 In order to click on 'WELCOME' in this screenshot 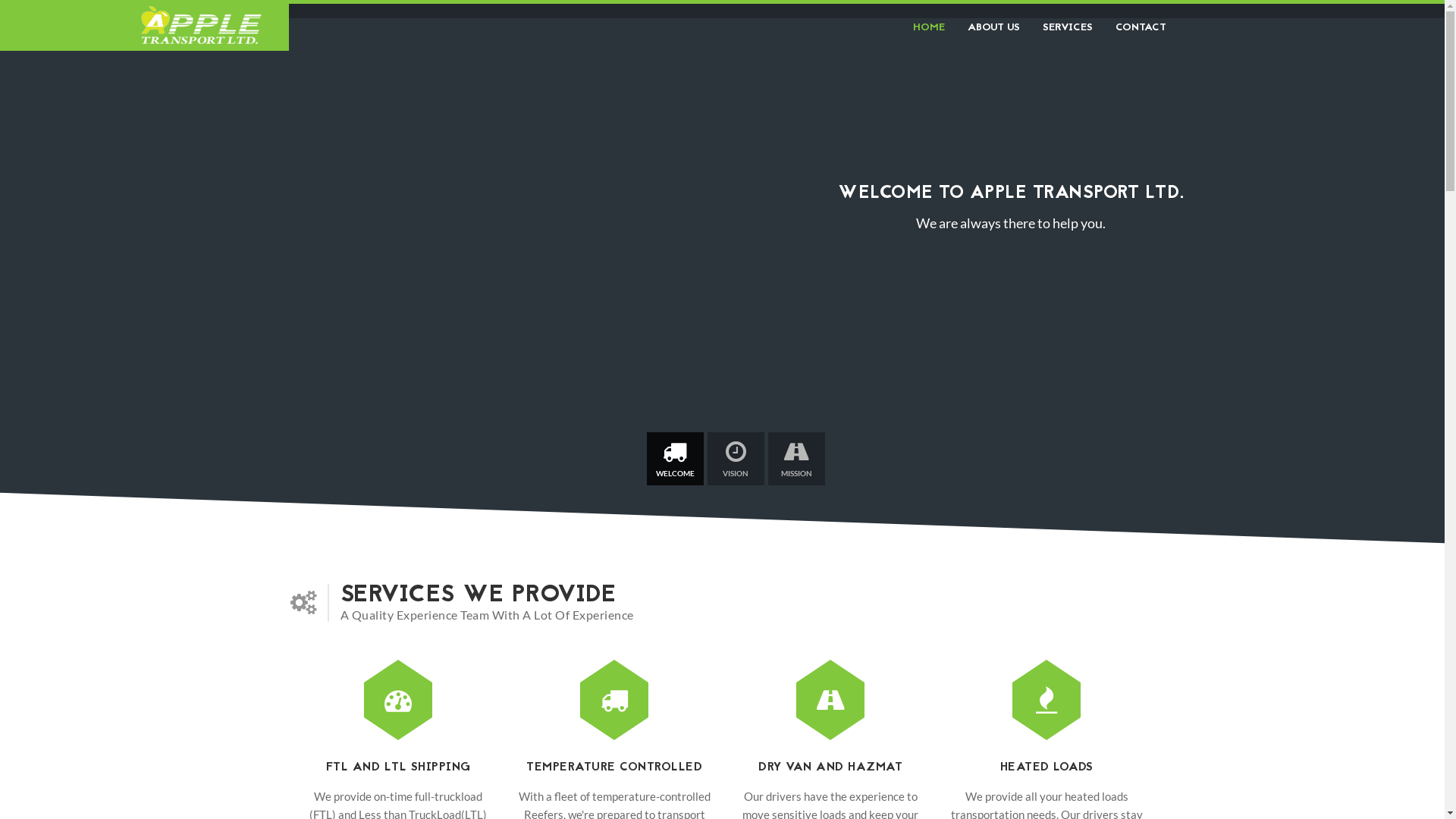, I will do `click(673, 458)`.